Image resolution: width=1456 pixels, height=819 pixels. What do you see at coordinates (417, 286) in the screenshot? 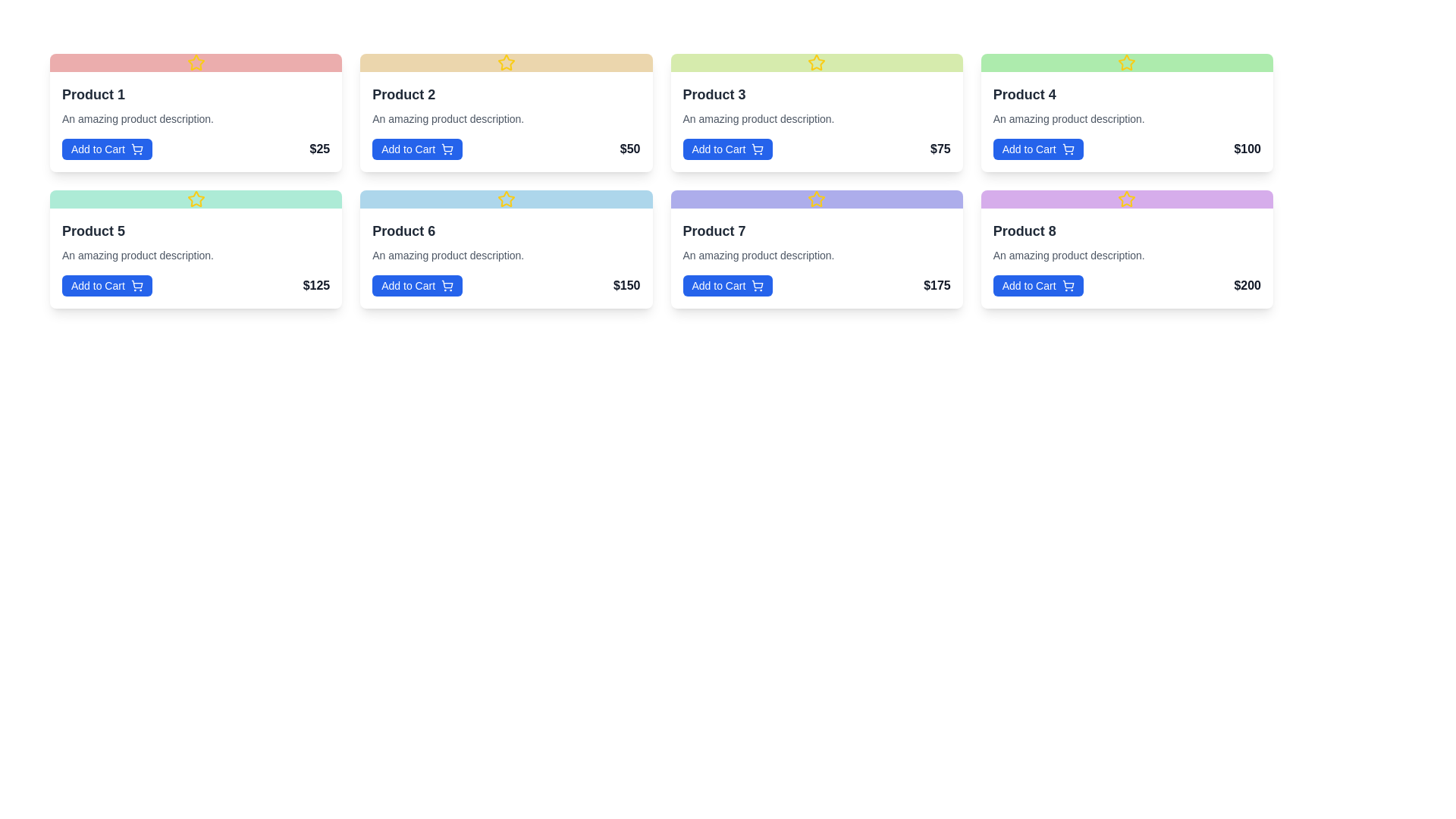
I see `the 'Add to Cart' button with a blue background and white text located in the bottom left region of the 'Product 6' card` at bounding box center [417, 286].